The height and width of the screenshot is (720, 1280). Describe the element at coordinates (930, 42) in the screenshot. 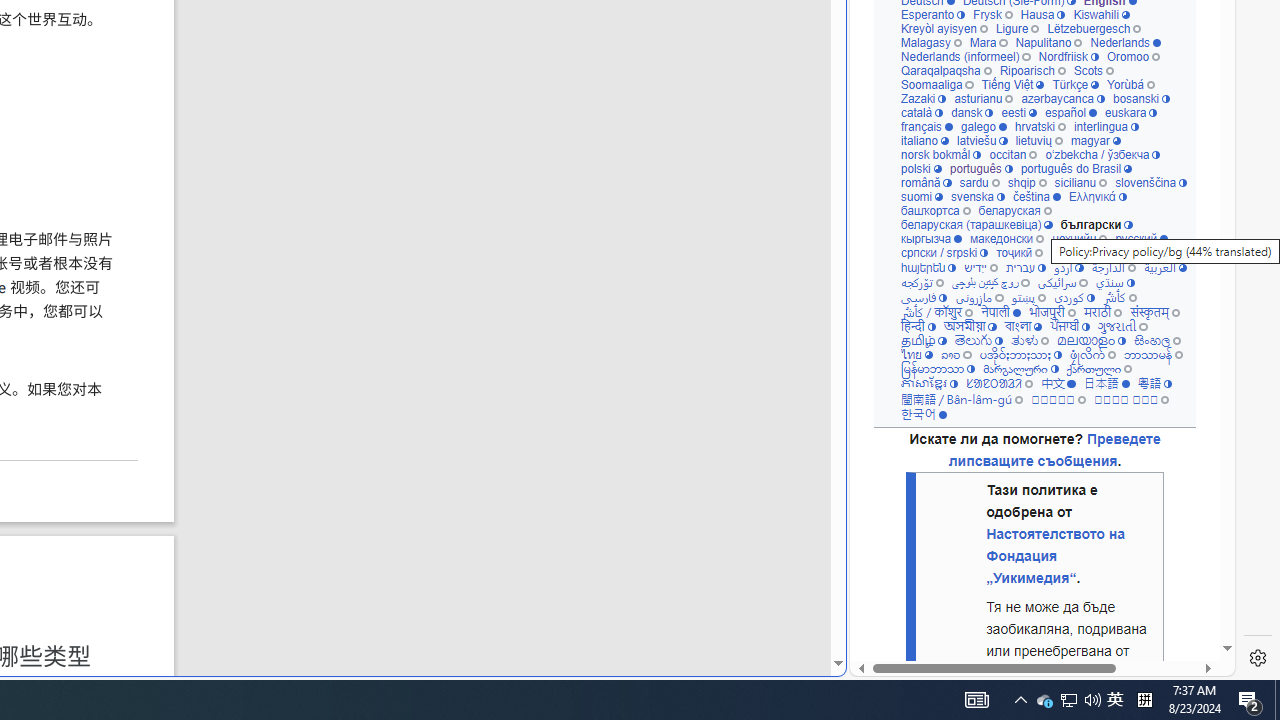

I see `'Malagasy'` at that location.